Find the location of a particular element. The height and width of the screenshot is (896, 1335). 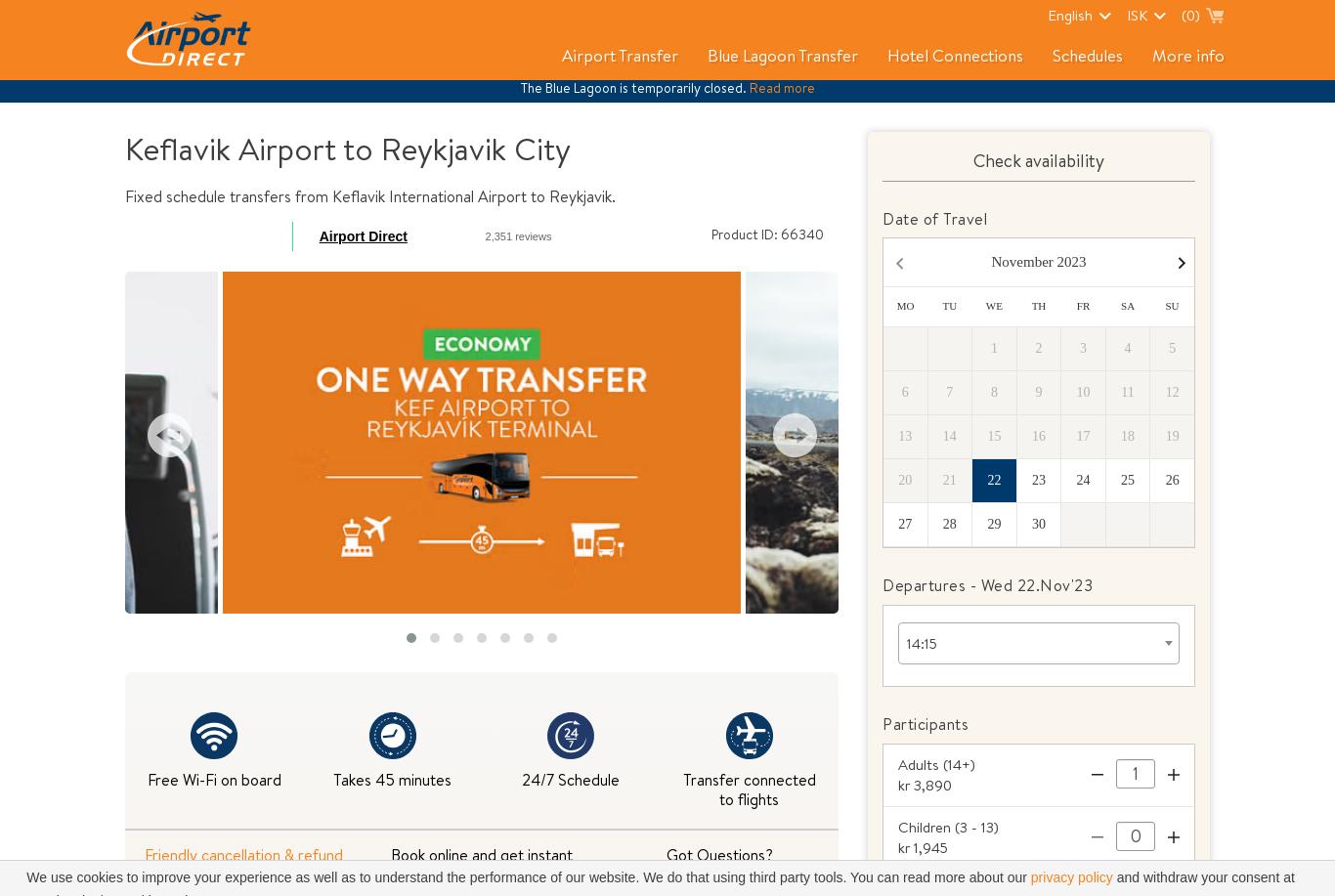

'21' is located at coordinates (941, 479).